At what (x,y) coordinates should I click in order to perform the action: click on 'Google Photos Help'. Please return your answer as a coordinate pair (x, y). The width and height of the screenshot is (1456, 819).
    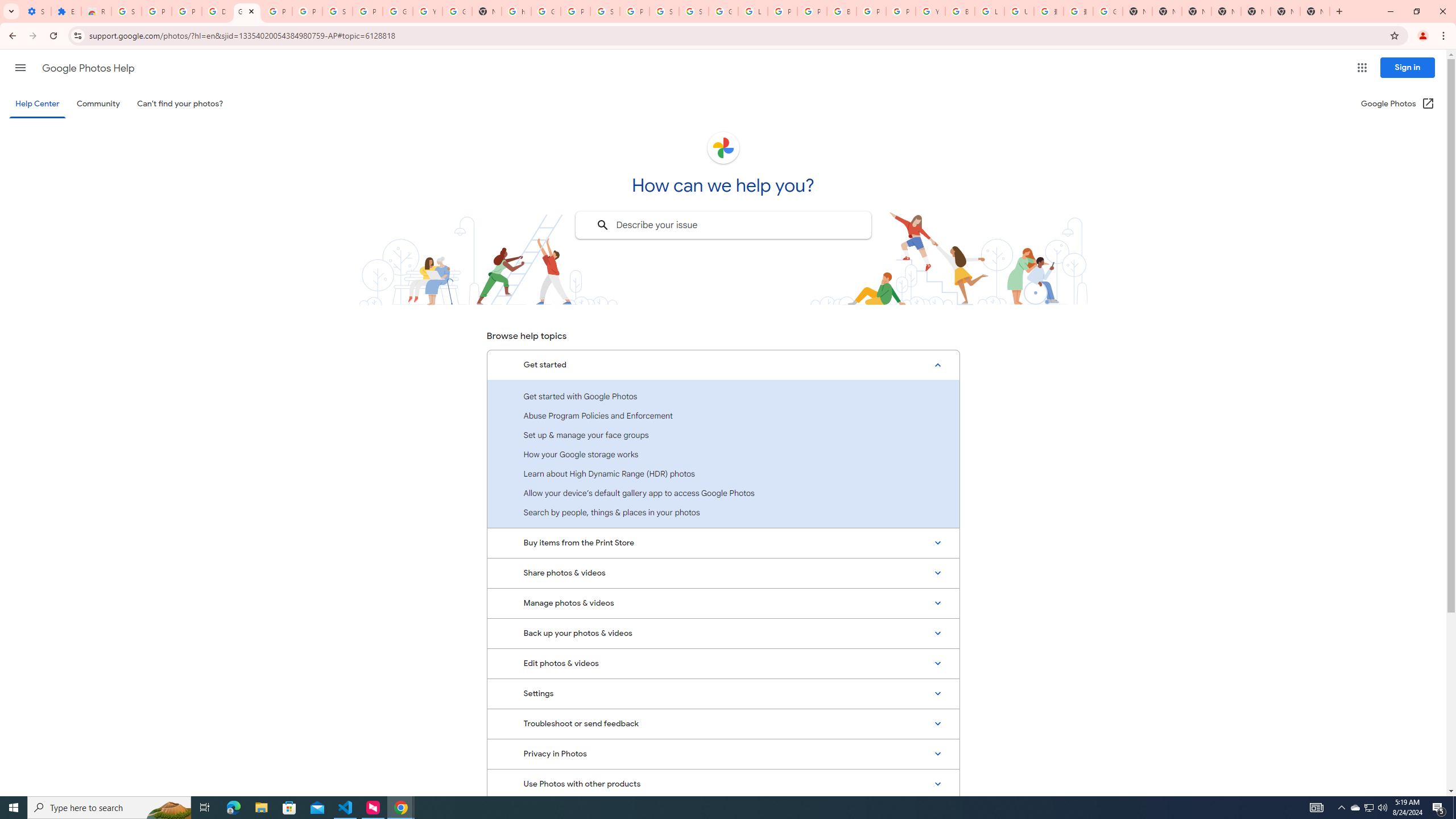
    Looking at the image, I should click on (88, 68).